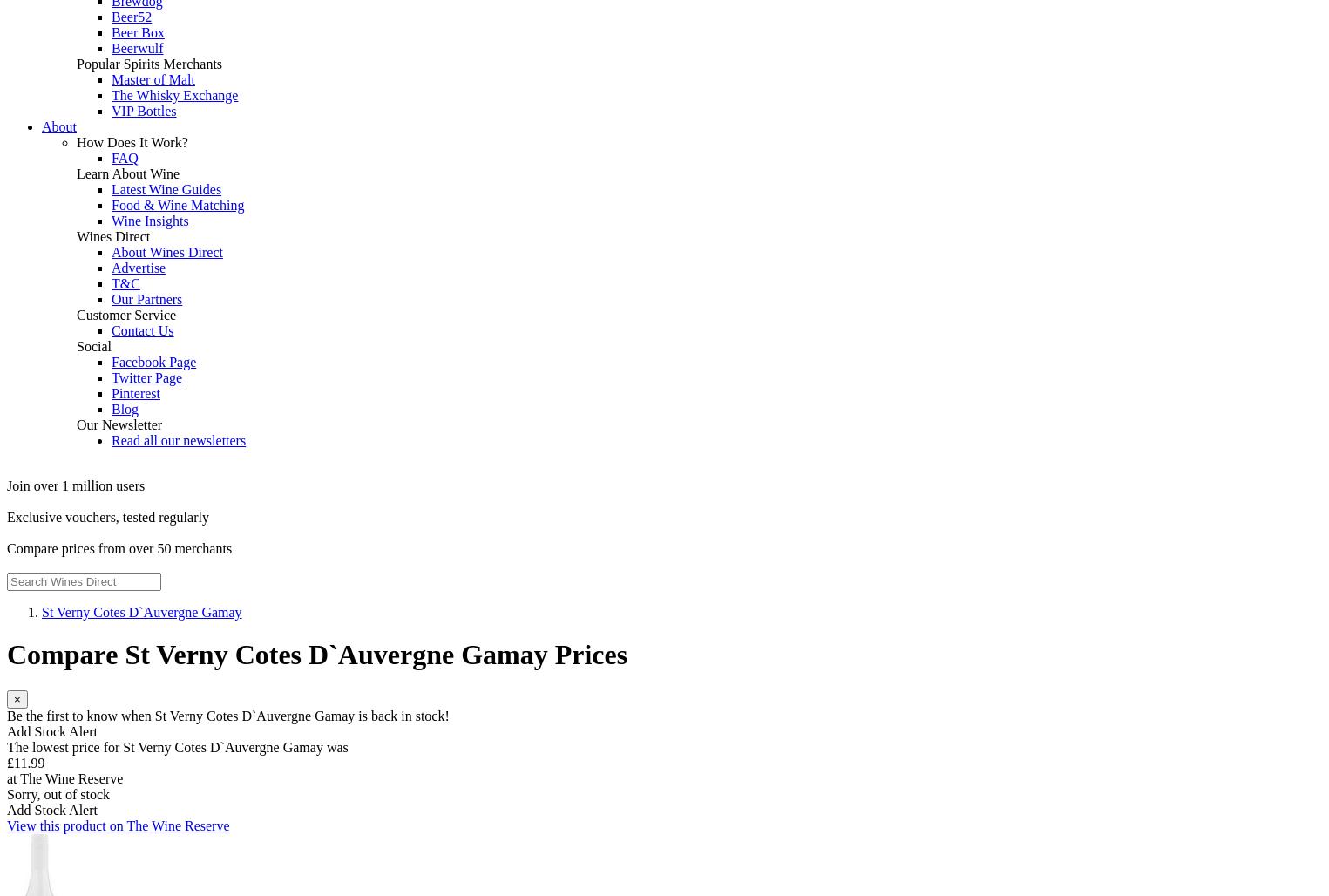  Describe the element at coordinates (5, 793) in the screenshot. I see `'Sorry, out of stock'` at that location.